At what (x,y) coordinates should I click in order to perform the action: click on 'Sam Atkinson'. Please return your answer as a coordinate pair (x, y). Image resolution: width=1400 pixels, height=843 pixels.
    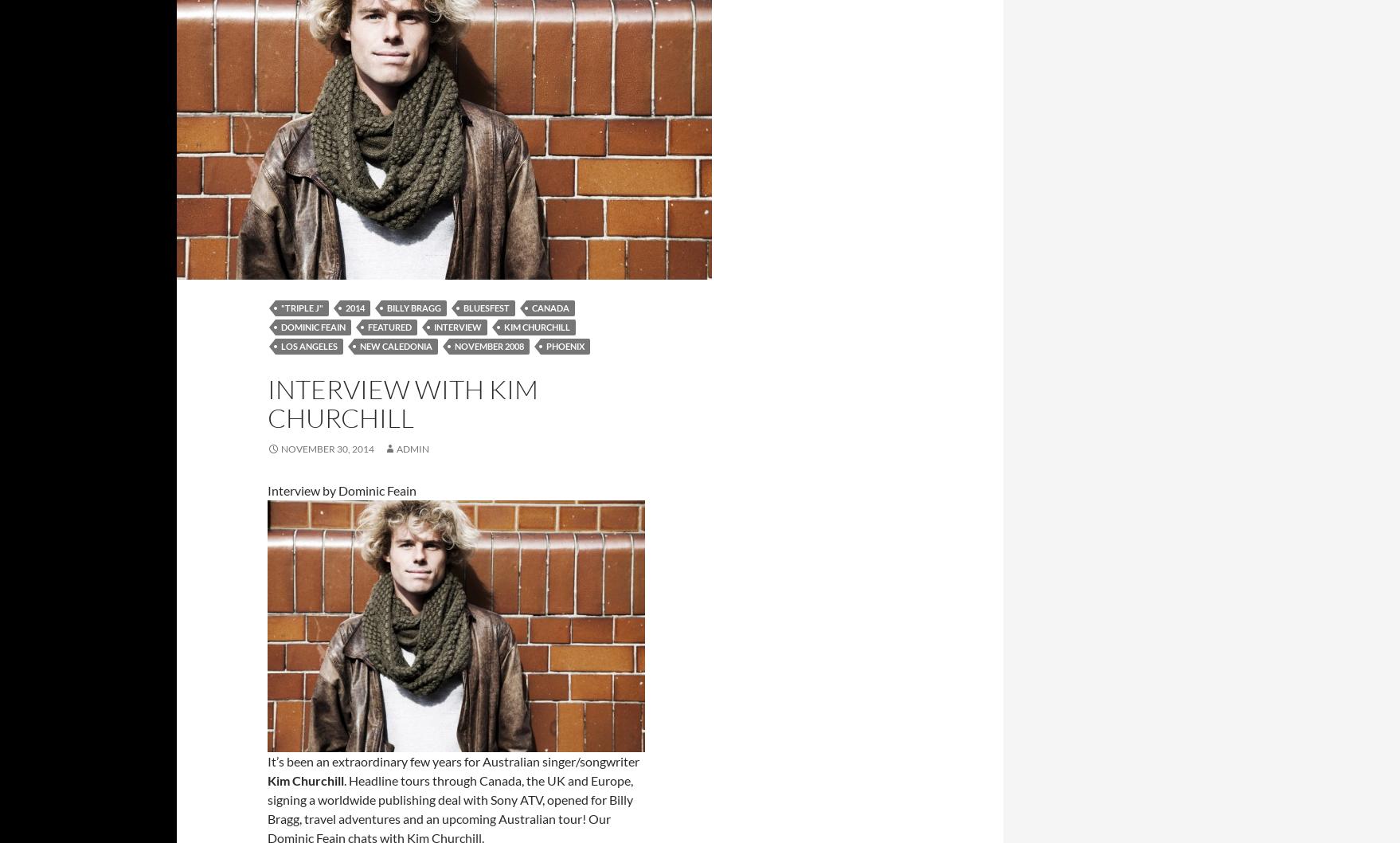
    Looking at the image, I should click on (313, 364).